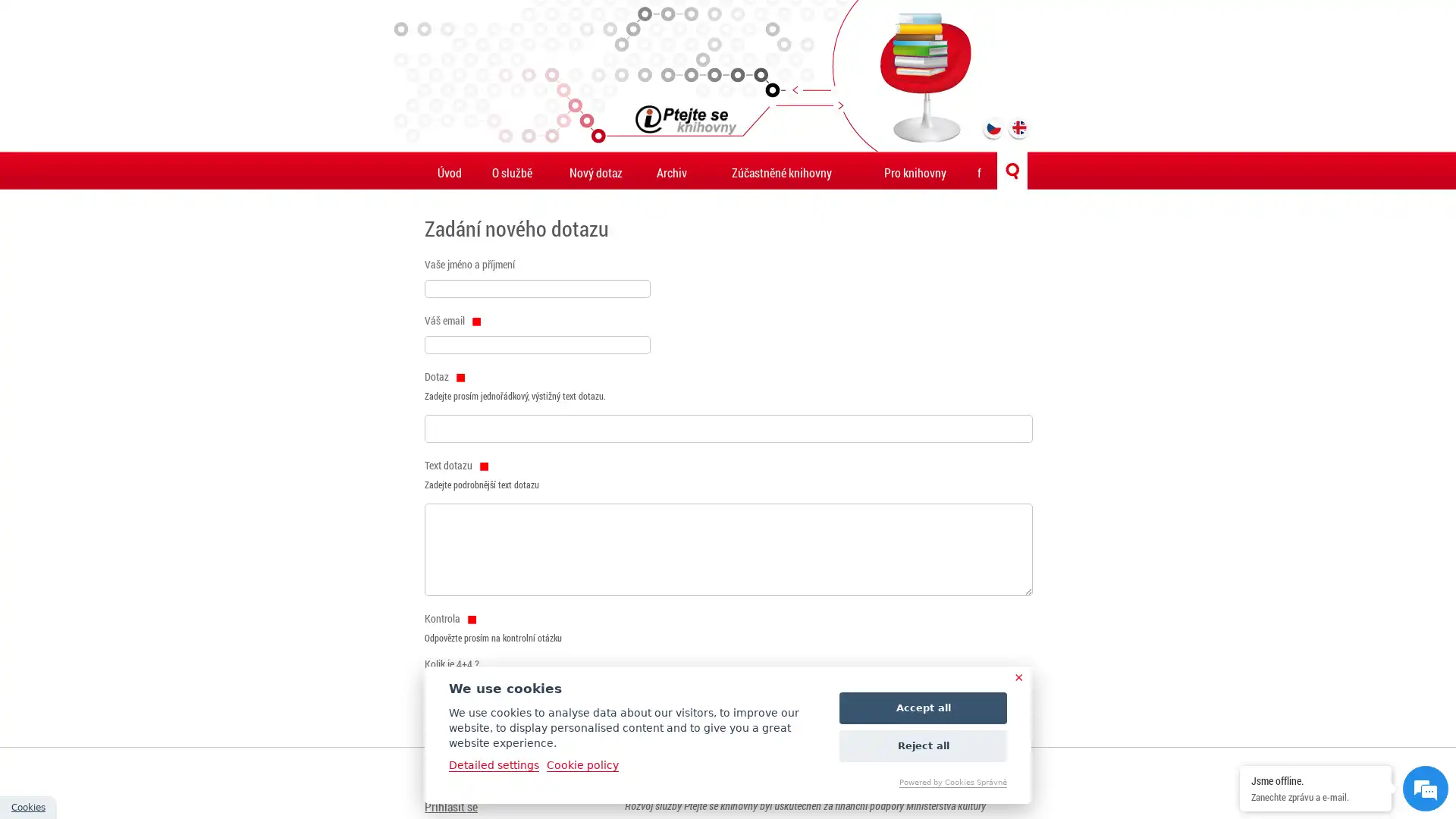  Describe the element at coordinates (922, 745) in the screenshot. I see `Reject all` at that location.